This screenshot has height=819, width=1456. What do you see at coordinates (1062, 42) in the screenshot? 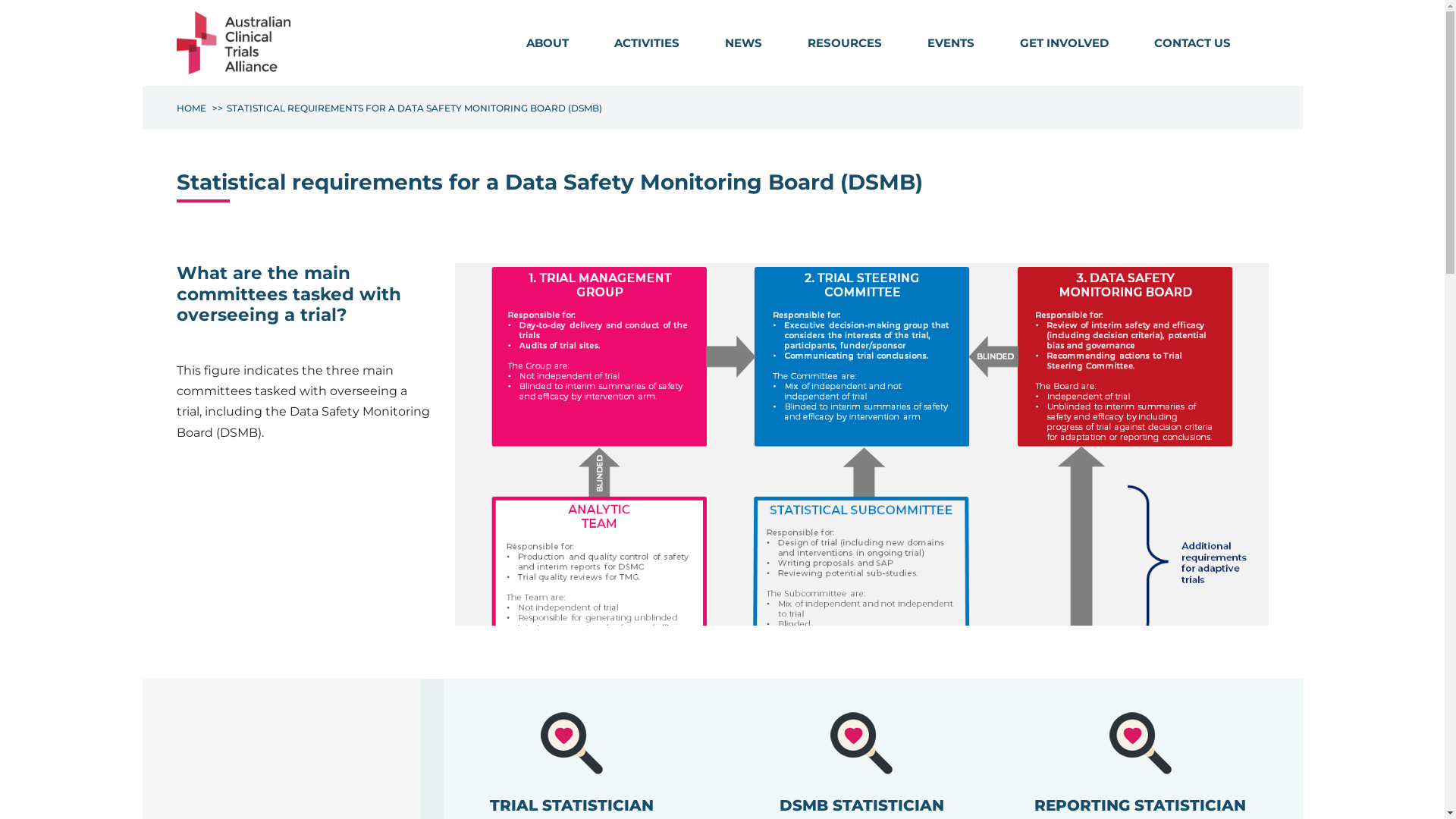
I see `'GET INVOLVED'` at bounding box center [1062, 42].